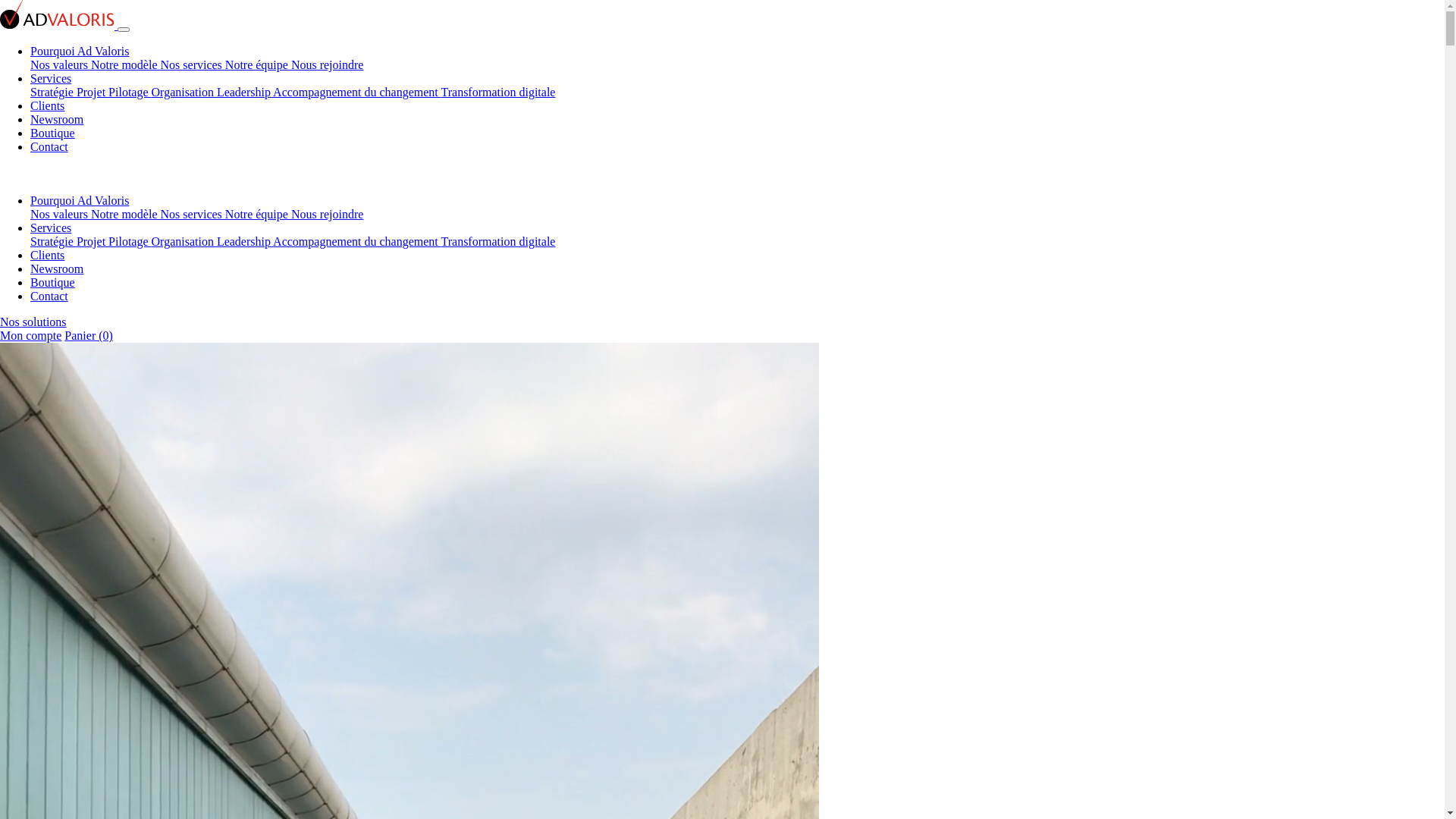  What do you see at coordinates (30, 296) in the screenshot?
I see `'Contact'` at bounding box center [30, 296].